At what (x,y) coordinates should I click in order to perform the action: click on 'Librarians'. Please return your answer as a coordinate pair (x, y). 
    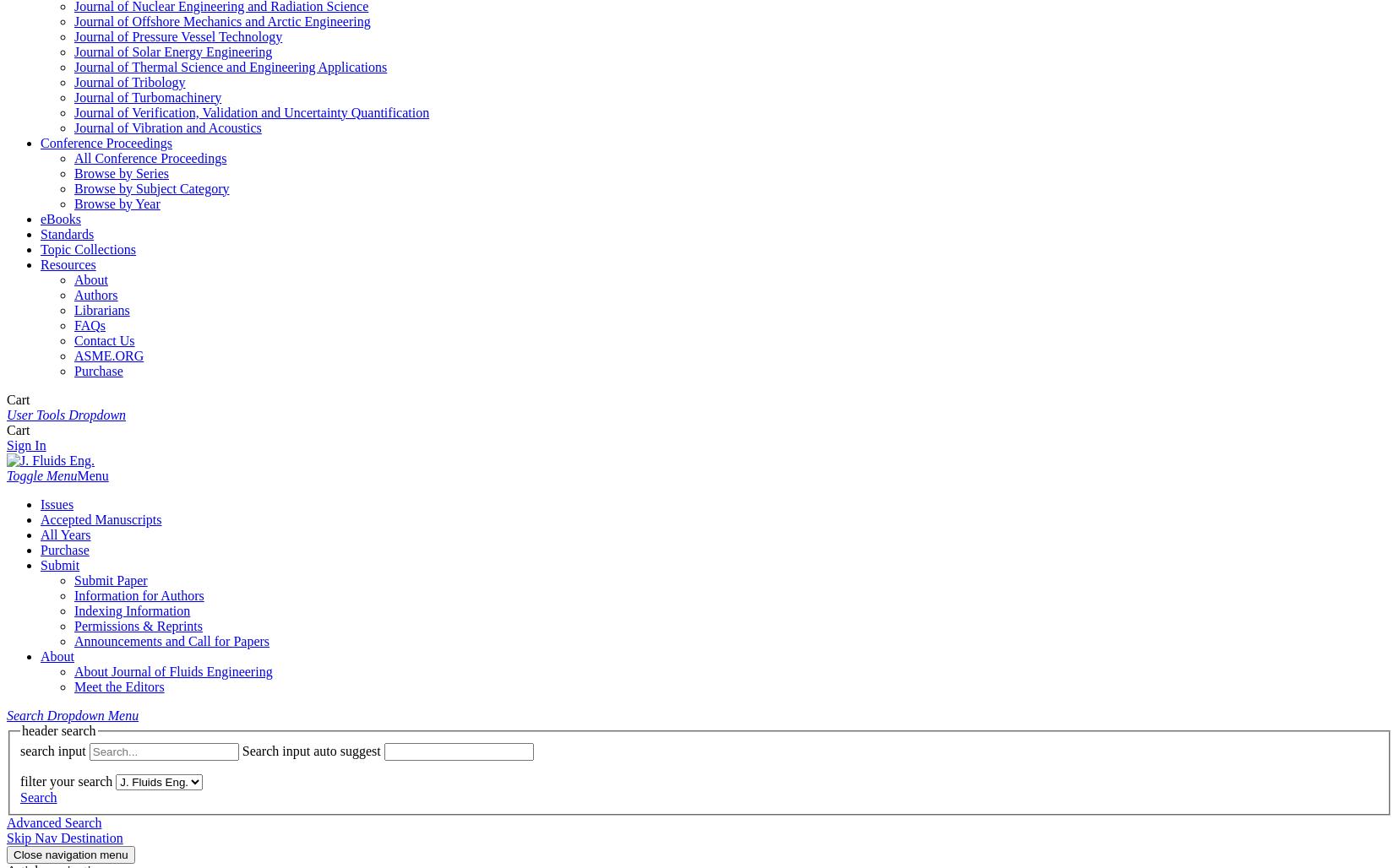
    Looking at the image, I should click on (73, 308).